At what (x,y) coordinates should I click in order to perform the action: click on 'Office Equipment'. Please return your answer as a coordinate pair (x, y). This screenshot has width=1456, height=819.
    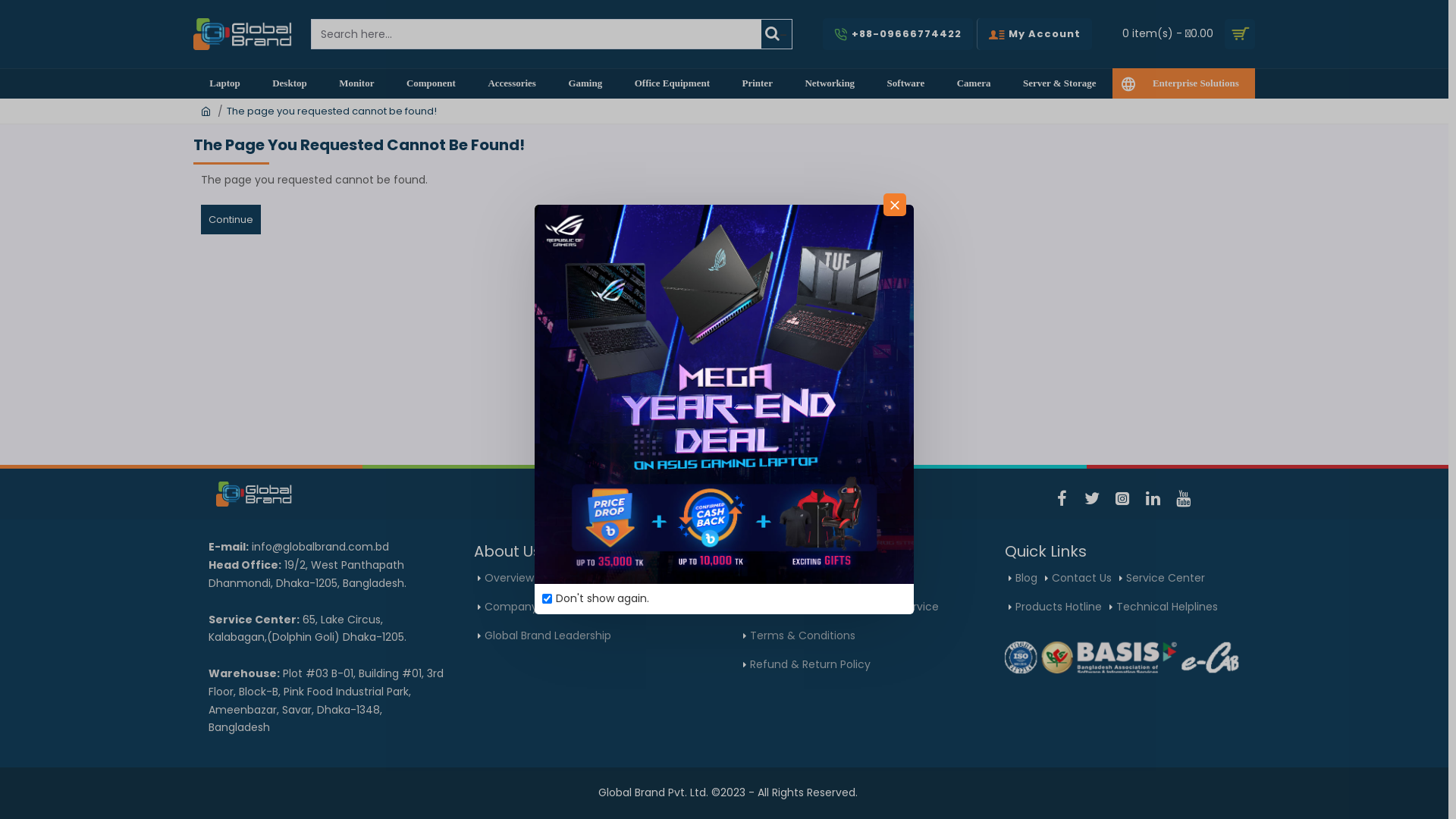
    Looking at the image, I should click on (671, 83).